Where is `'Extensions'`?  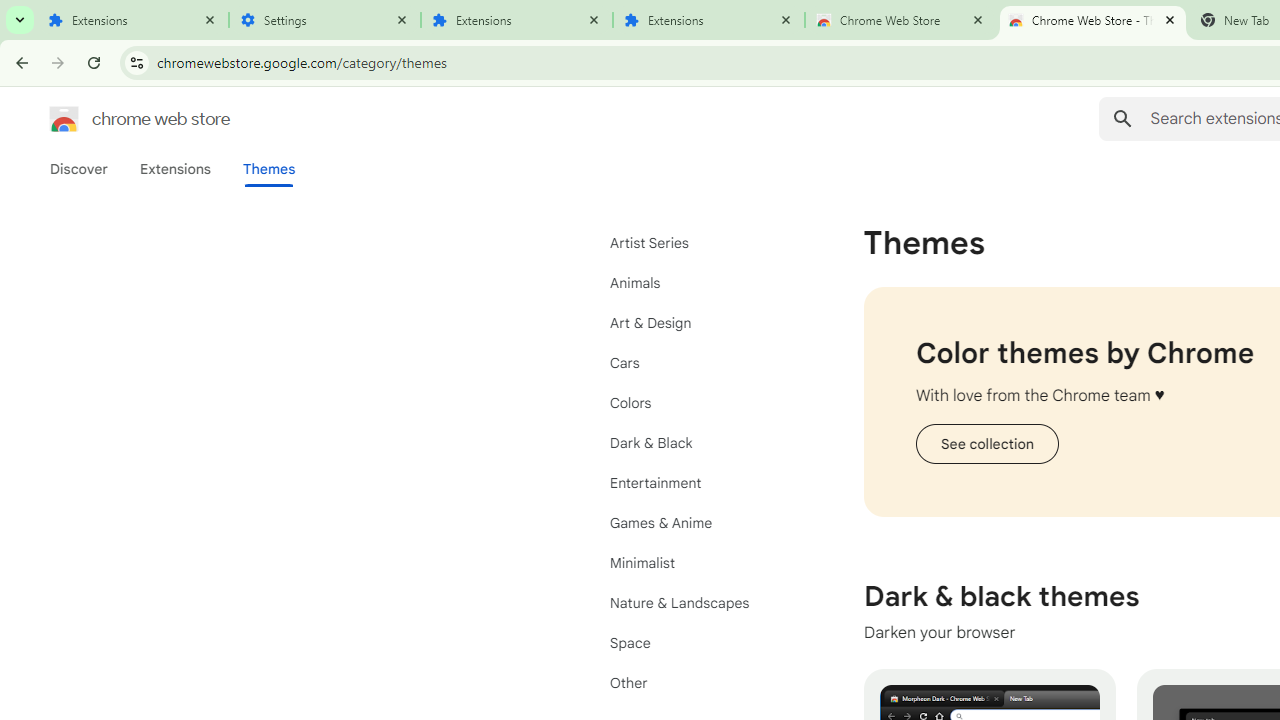
'Extensions' is located at coordinates (709, 20).